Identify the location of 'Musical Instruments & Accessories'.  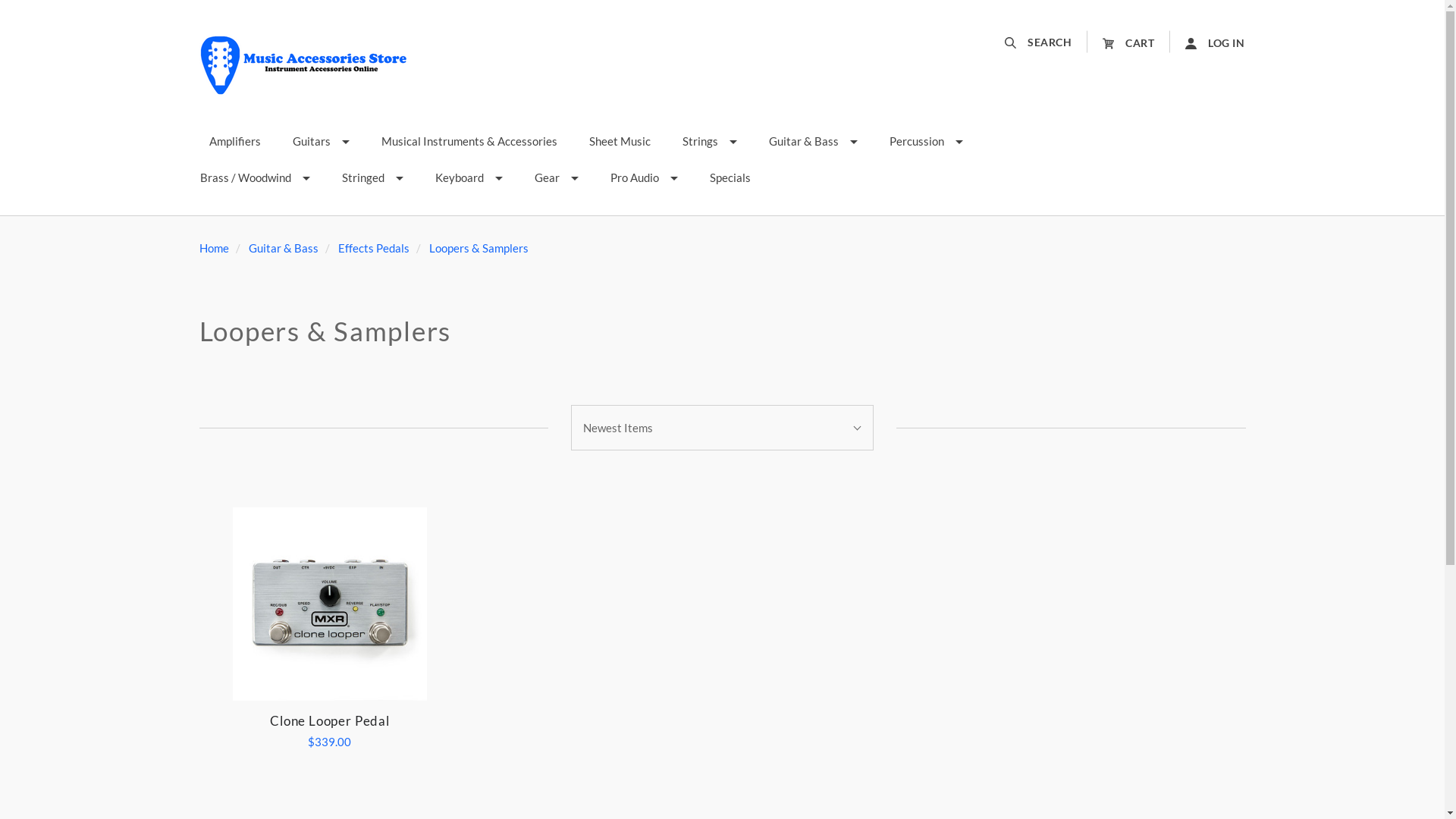
(469, 141).